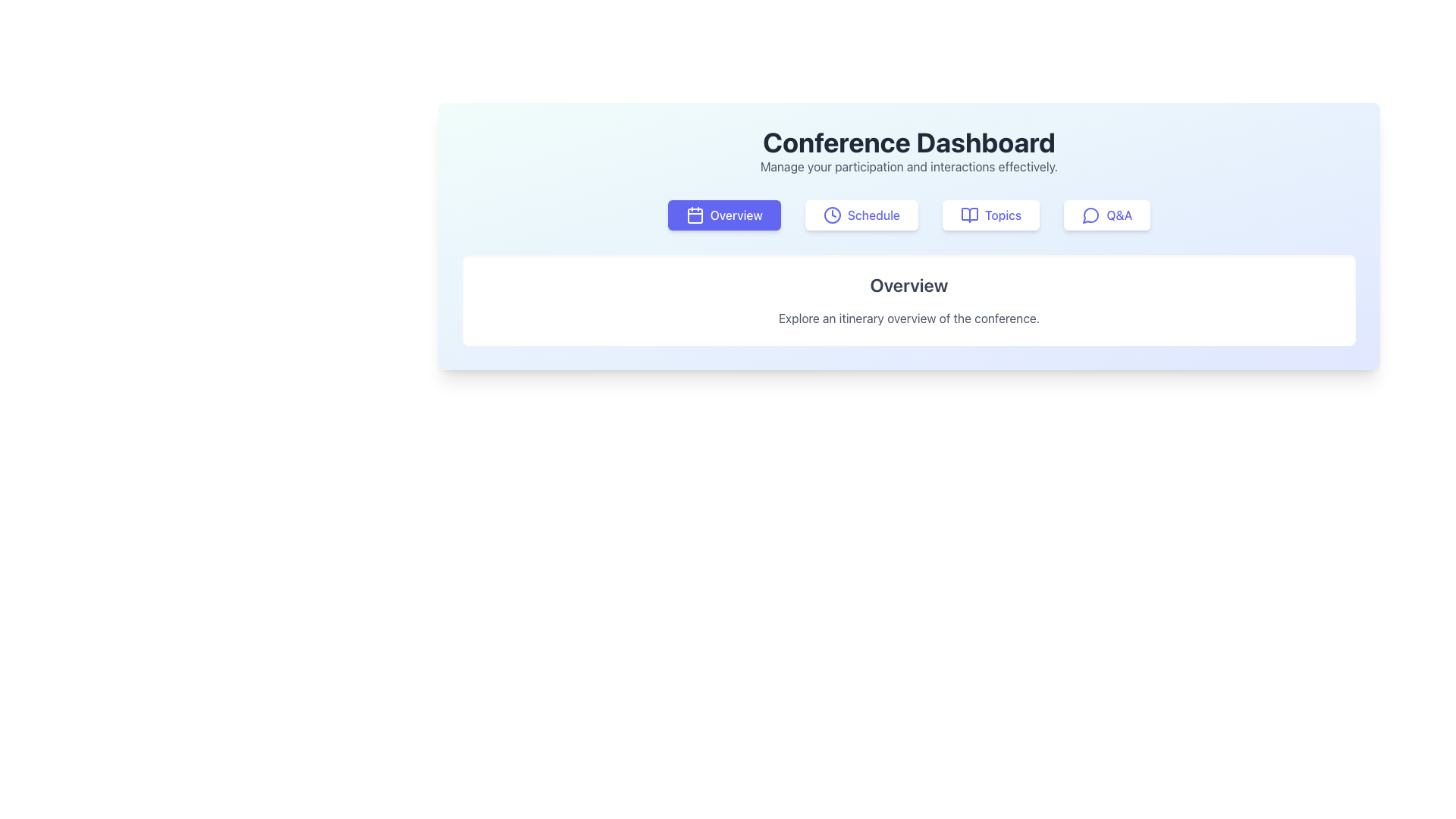 The width and height of the screenshot is (1456, 819). Describe the element at coordinates (694, 216) in the screenshot. I see `the rounded rectangle component of the calendar icon located in the 'Overview' tab button` at that location.